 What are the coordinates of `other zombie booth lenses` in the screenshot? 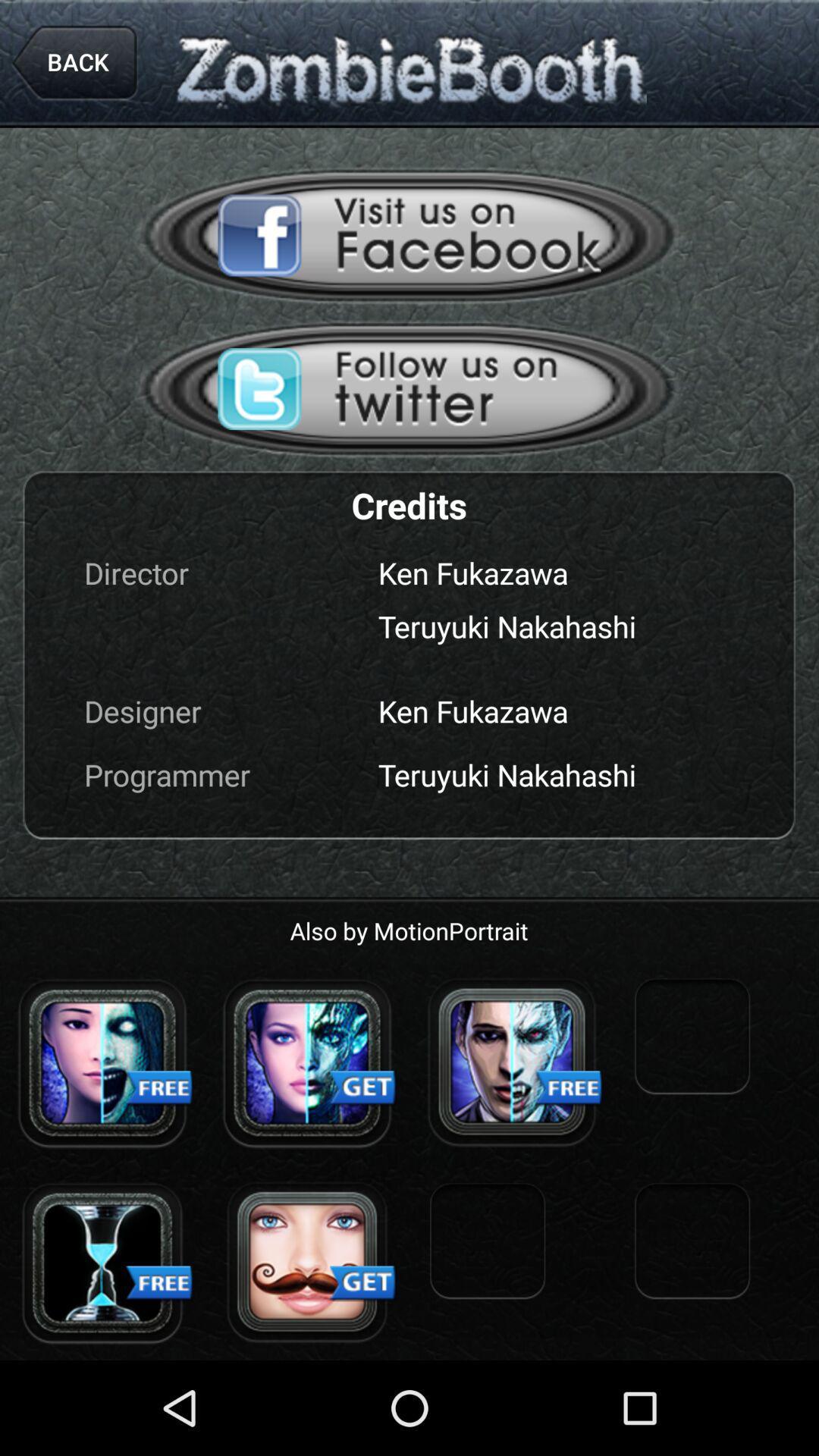 It's located at (512, 1062).